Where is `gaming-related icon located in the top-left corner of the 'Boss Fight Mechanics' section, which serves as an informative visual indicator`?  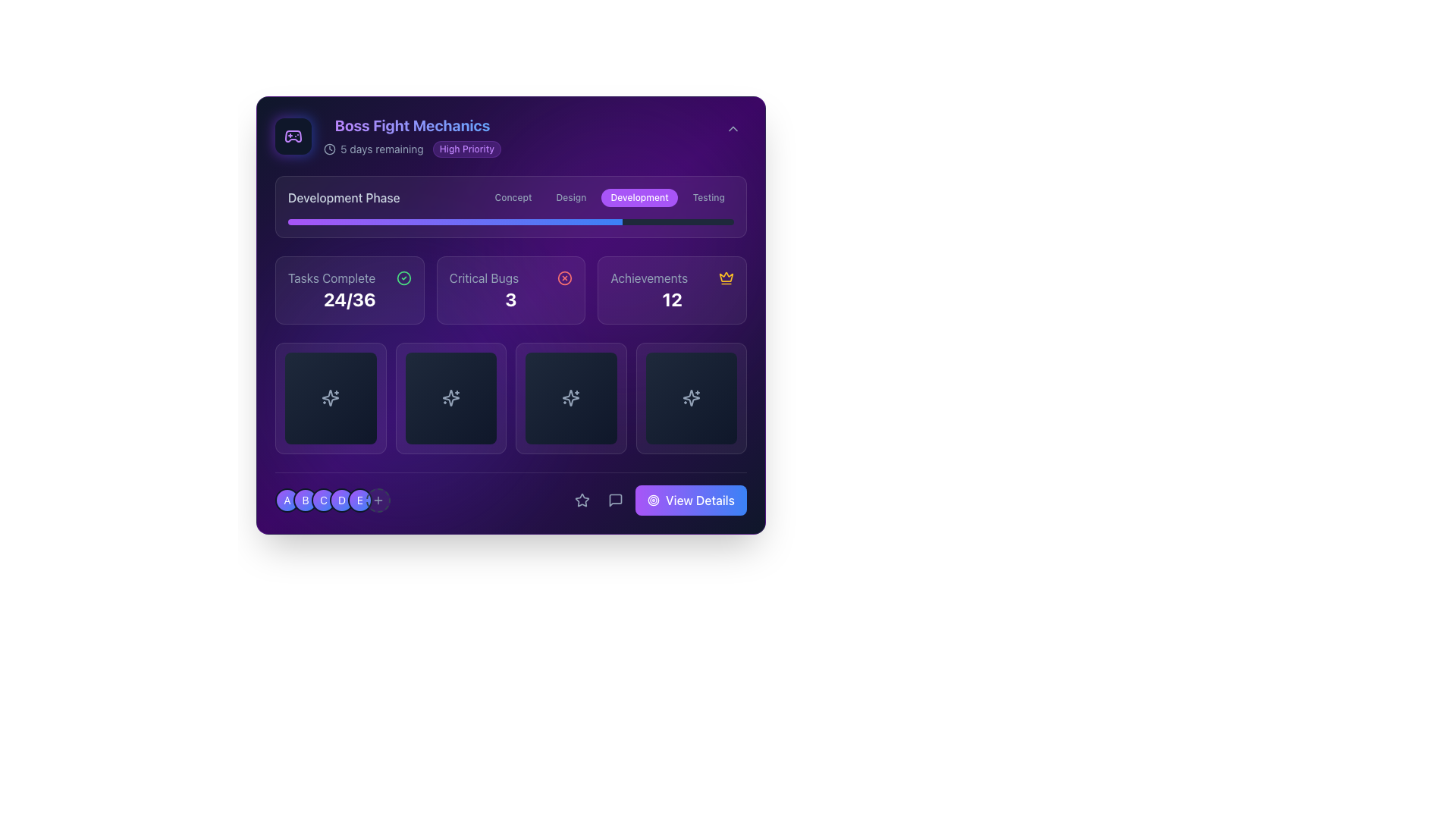 gaming-related icon located in the top-left corner of the 'Boss Fight Mechanics' section, which serves as an informative visual indicator is located at coordinates (293, 136).